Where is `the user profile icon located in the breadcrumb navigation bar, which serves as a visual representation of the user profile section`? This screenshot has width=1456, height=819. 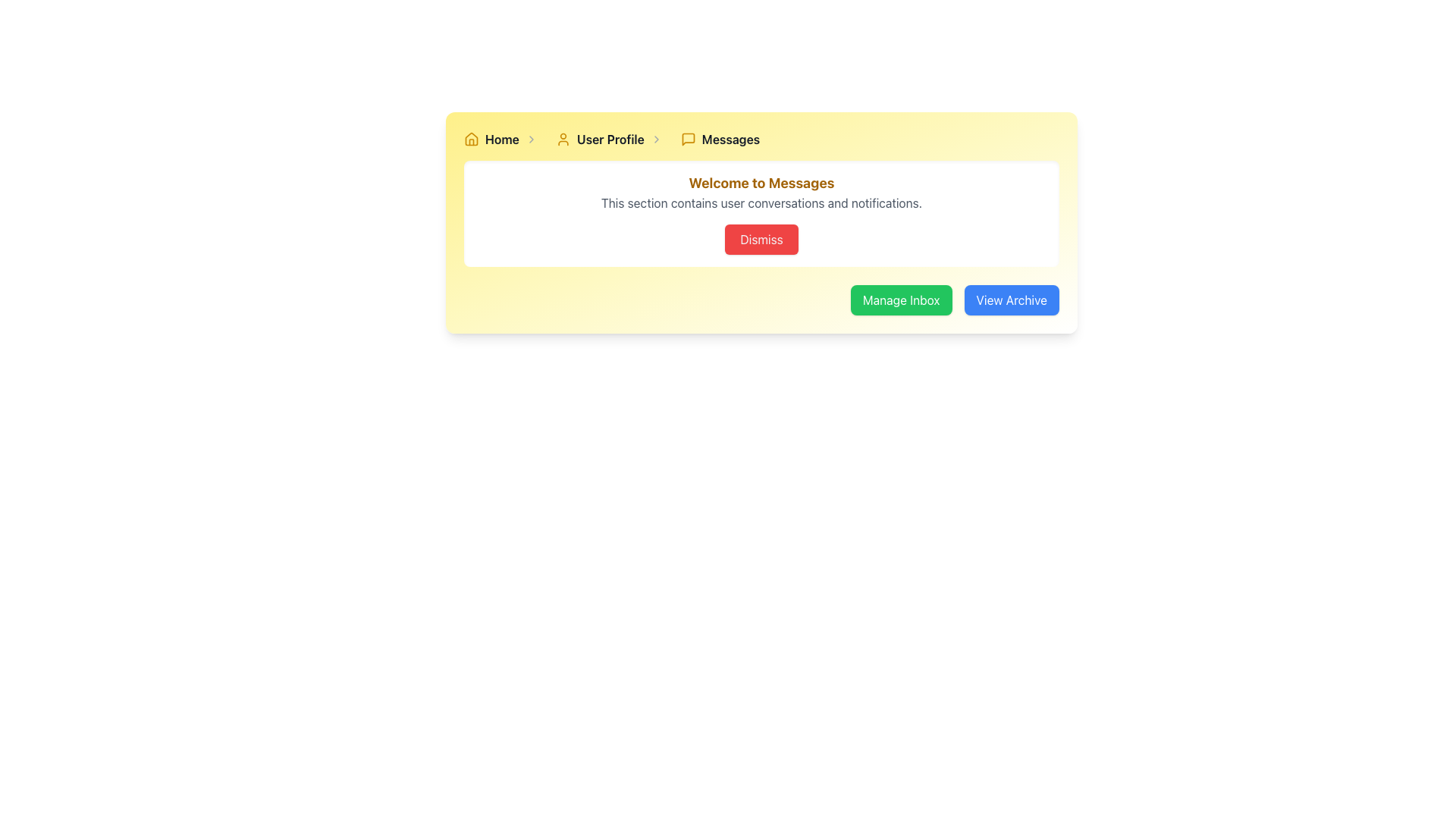 the user profile icon located in the breadcrumb navigation bar, which serves as a visual representation of the user profile section is located at coordinates (562, 140).